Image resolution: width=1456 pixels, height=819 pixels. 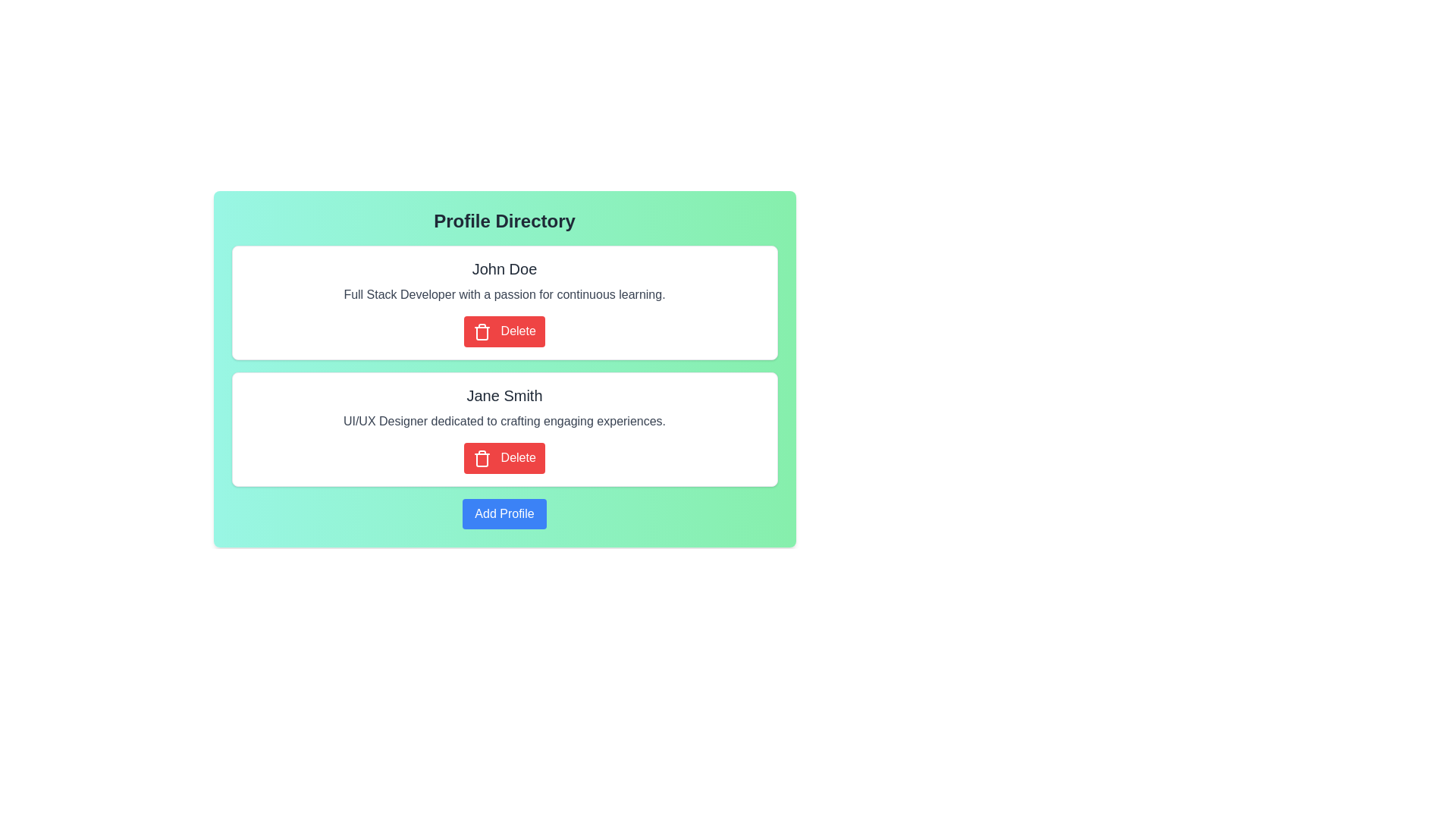 I want to click on the red 'Delete' button with a trash can icon located at the bottom-right of the profile card for 'John Doe', so click(x=504, y=331).